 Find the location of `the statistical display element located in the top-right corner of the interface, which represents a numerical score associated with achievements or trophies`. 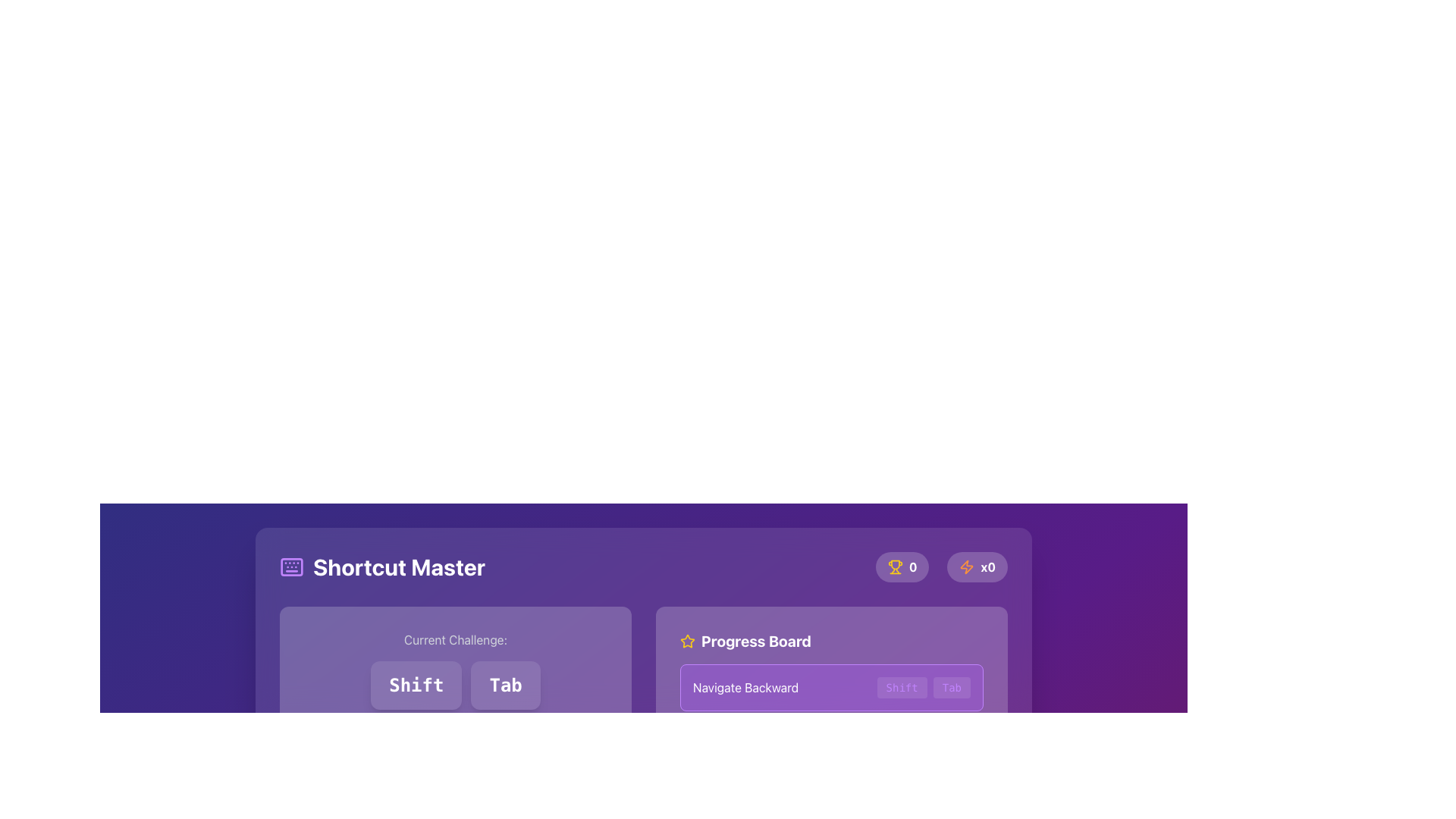

the statistical display element located in the top-right corner of the interface, which represents a numerical score associated with achievements or trophies is located at coordinates (902, 567).